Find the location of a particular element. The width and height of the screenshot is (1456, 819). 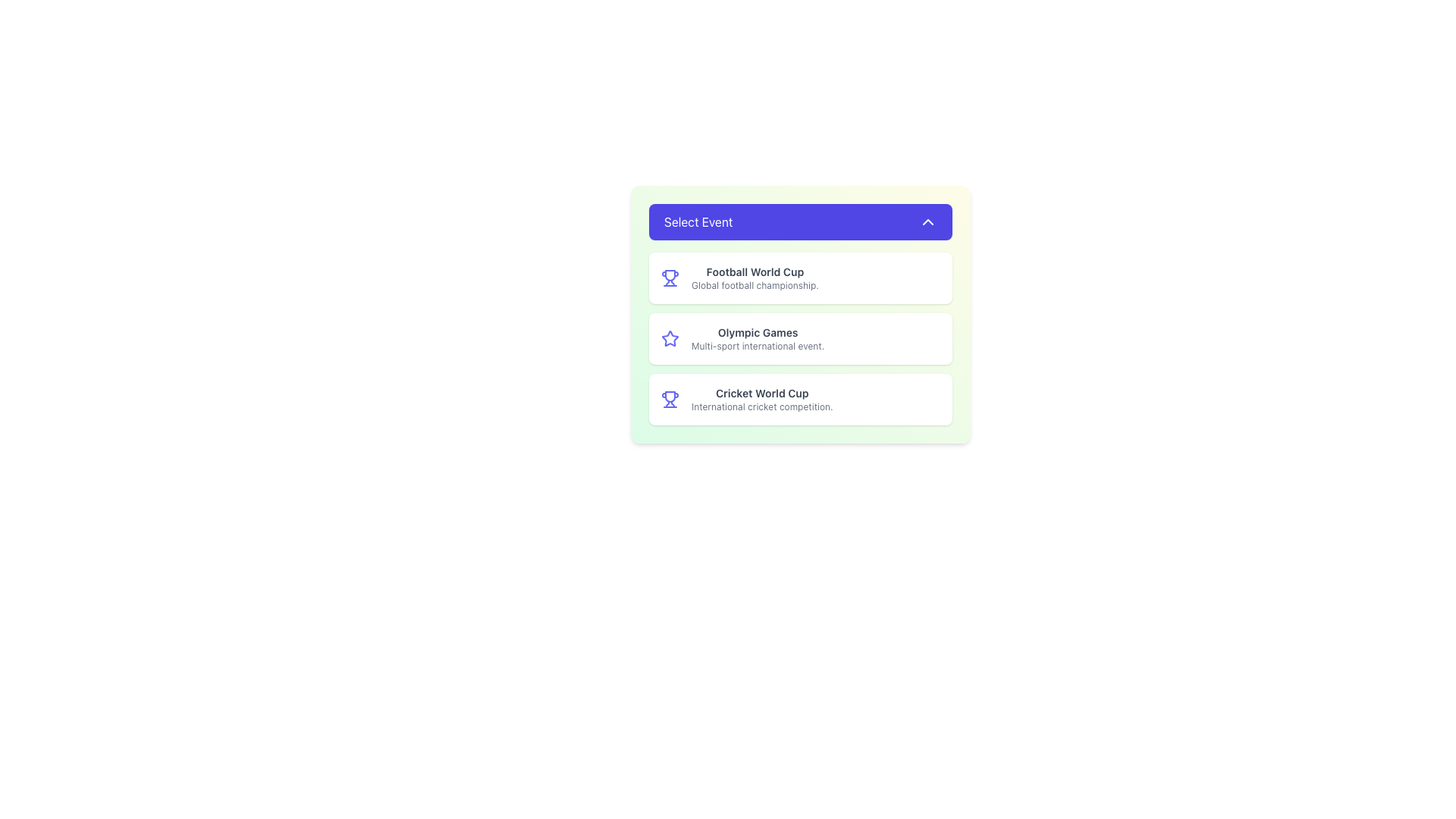

the trophy icon representing the Cricket World Cup item, located on the left side of the third list item is located at coordinates (669, 399).